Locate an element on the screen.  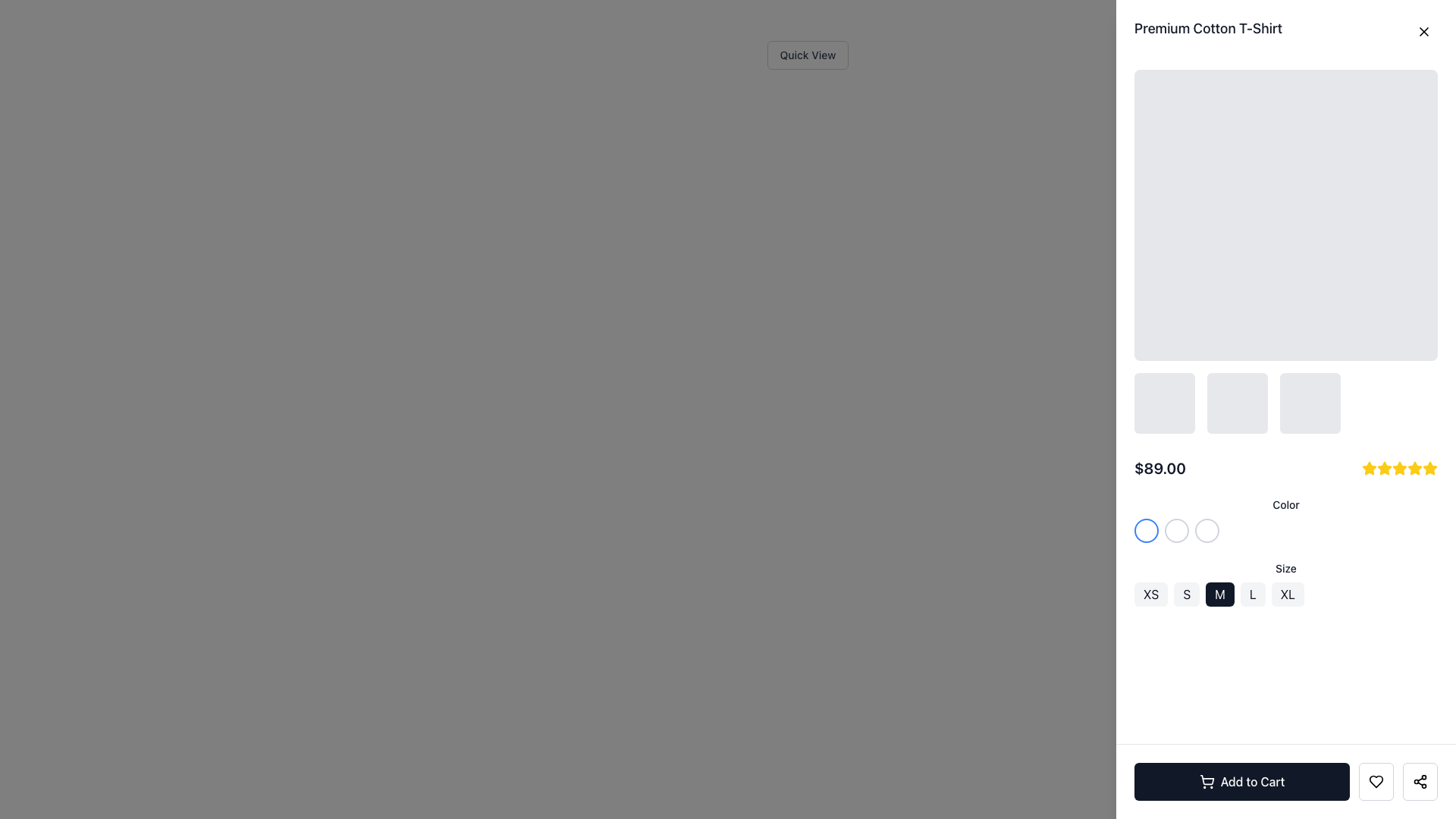
the heart-shaped icon located in the bottom-right corner of the interface to mark it as a favorite is located at coordinates (1376, 781).